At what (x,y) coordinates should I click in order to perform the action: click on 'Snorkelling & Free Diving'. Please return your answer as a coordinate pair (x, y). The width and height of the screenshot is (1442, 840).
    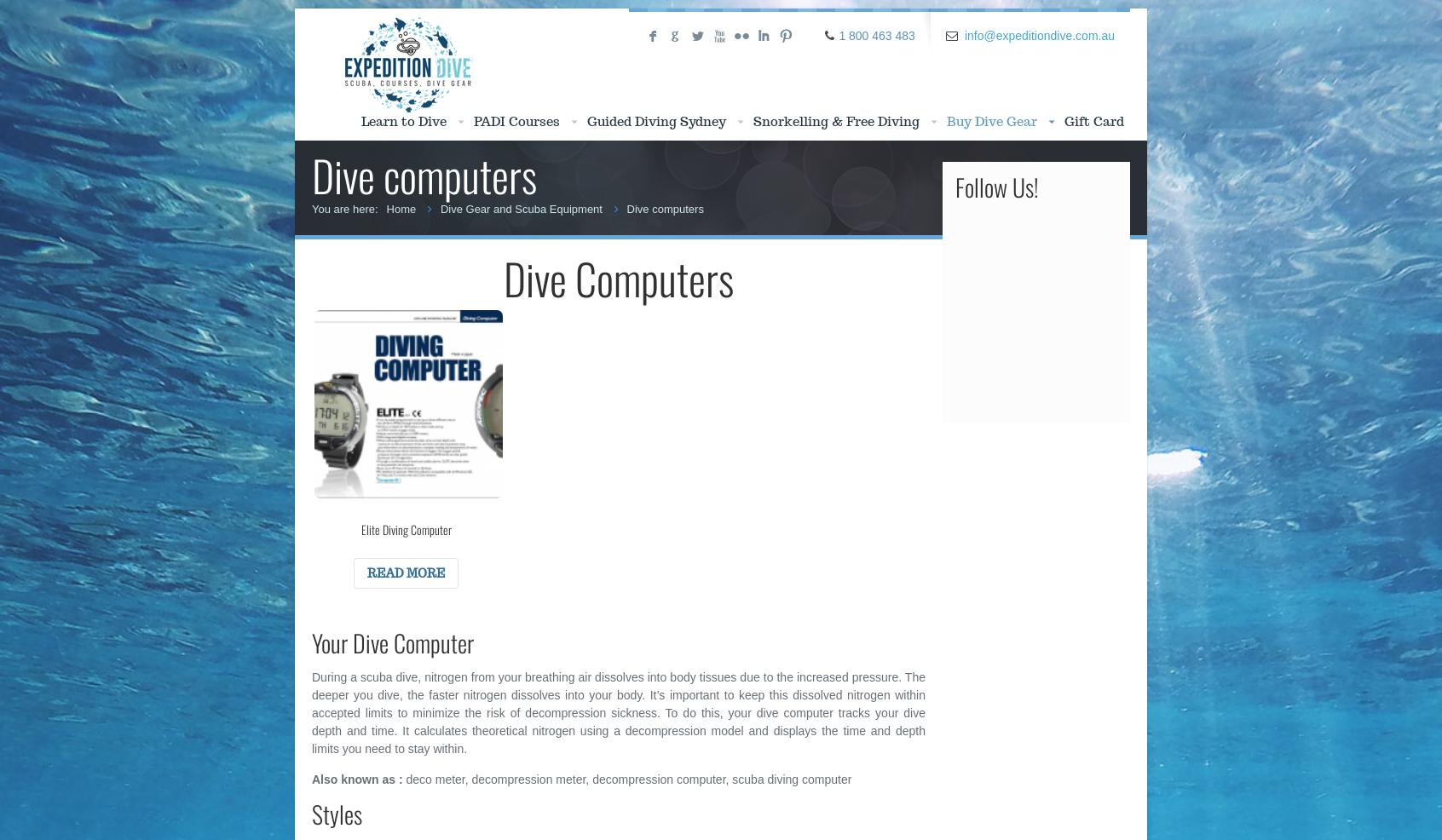
    Looking at the image, I should click on (753, 121).